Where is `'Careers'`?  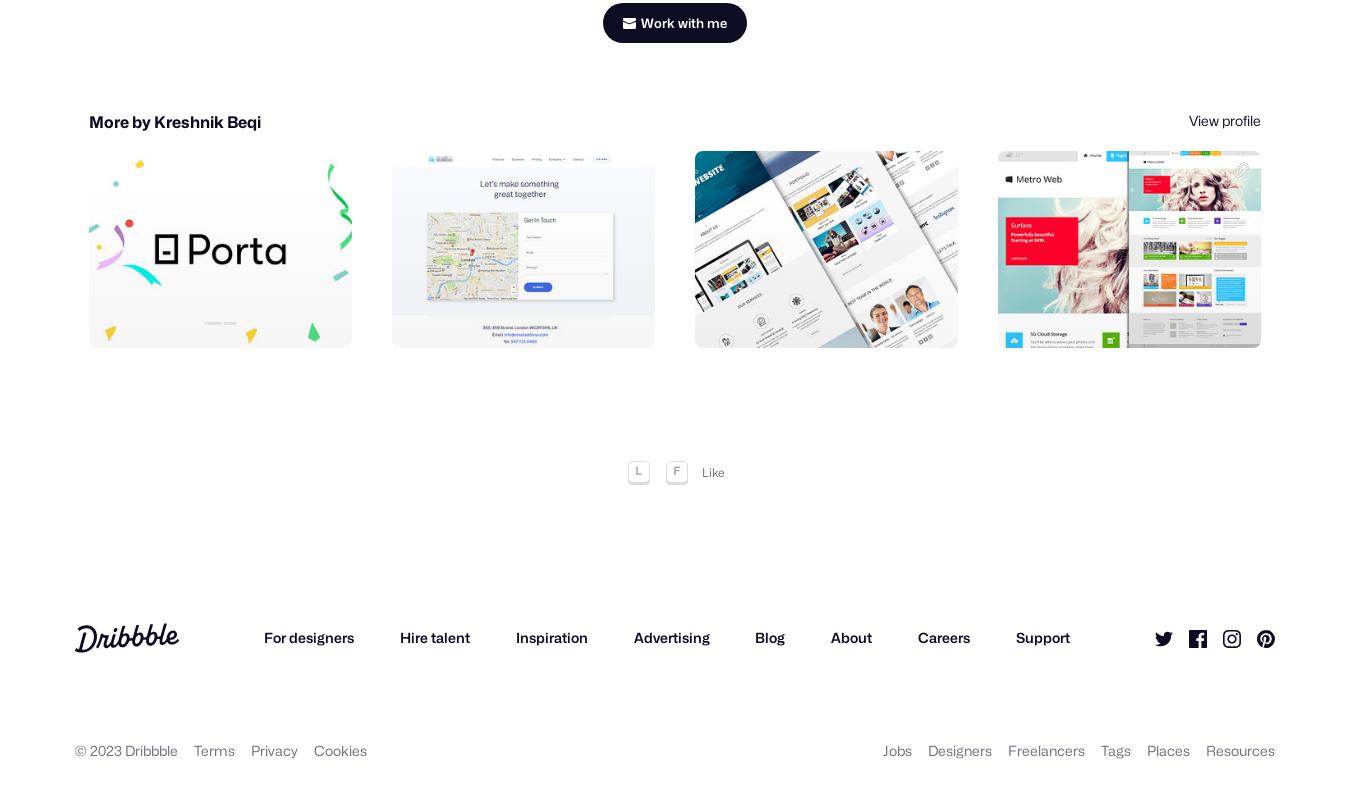
'Careers' is located at coordinates (917, 643).